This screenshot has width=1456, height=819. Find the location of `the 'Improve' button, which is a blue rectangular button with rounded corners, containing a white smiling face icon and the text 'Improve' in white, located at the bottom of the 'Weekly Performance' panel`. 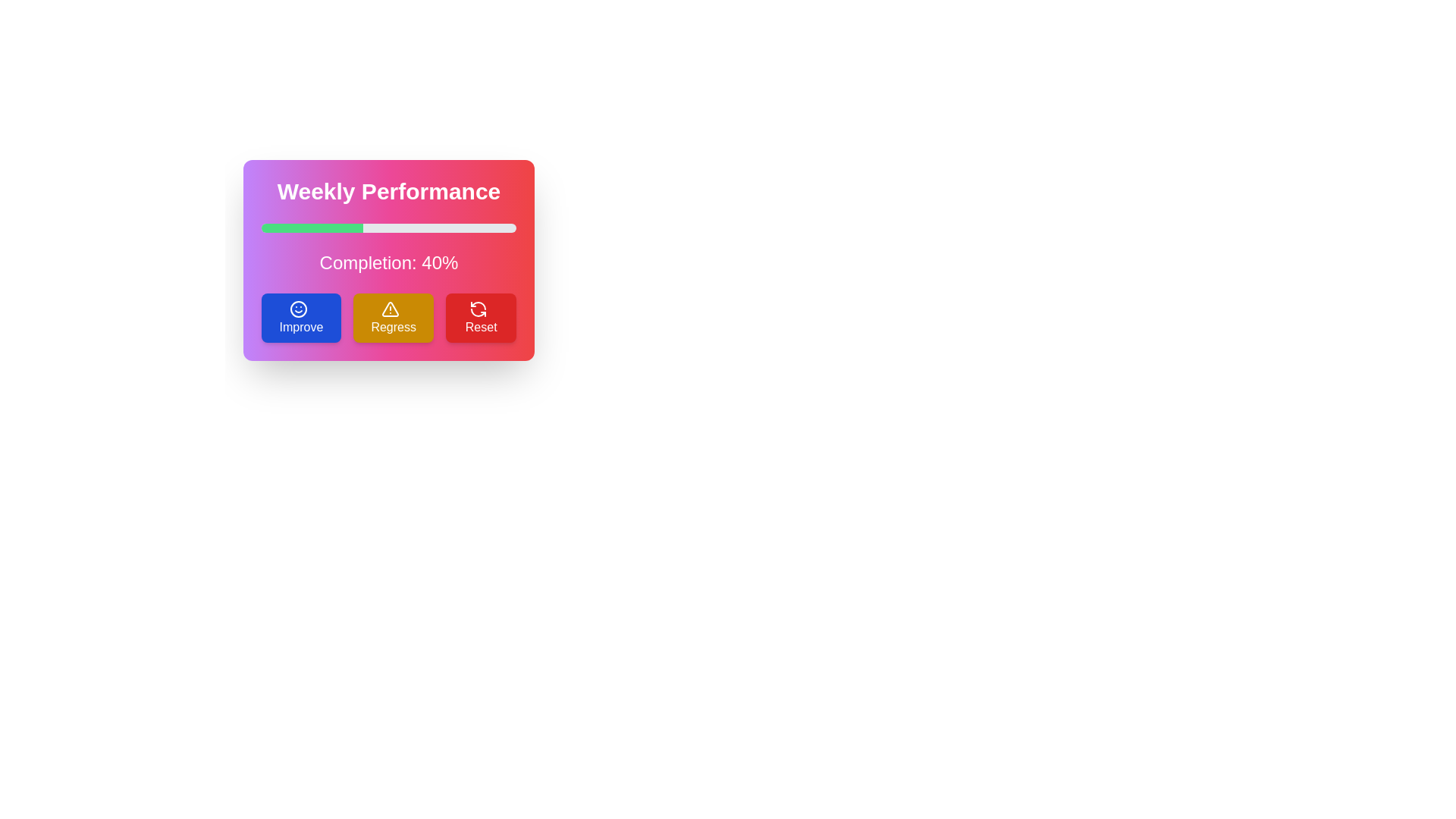

the 'Improve' button, which is a blue rectangular button with rounded corners, containing a white smiling face icon and the text 'Improve' in white, located at the bottom of the 'Weekly Performance' panel is located at coordinates (301, 317).